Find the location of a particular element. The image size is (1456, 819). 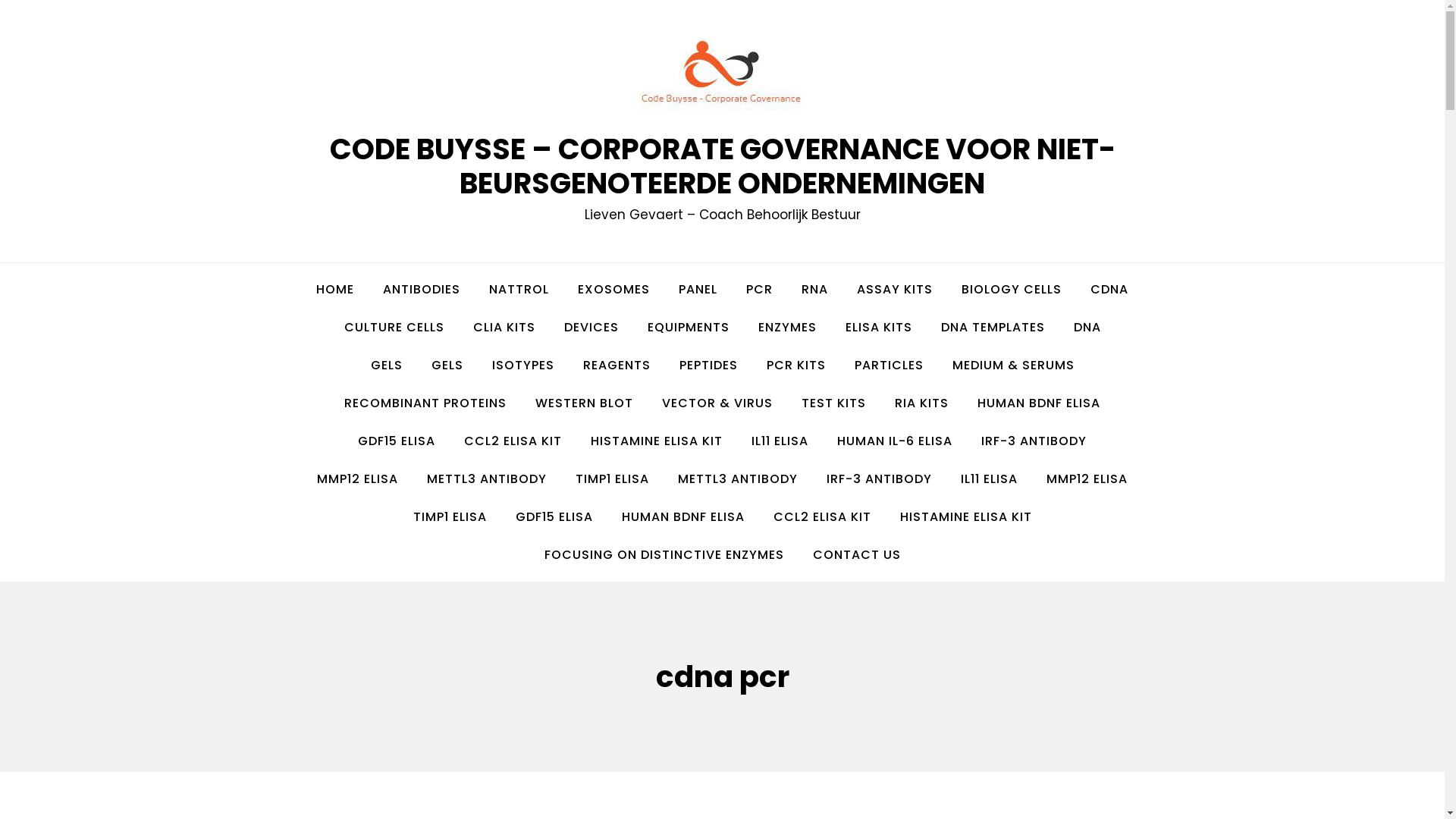

'WESTERN BLOT' is located at coordinates (583, 403).